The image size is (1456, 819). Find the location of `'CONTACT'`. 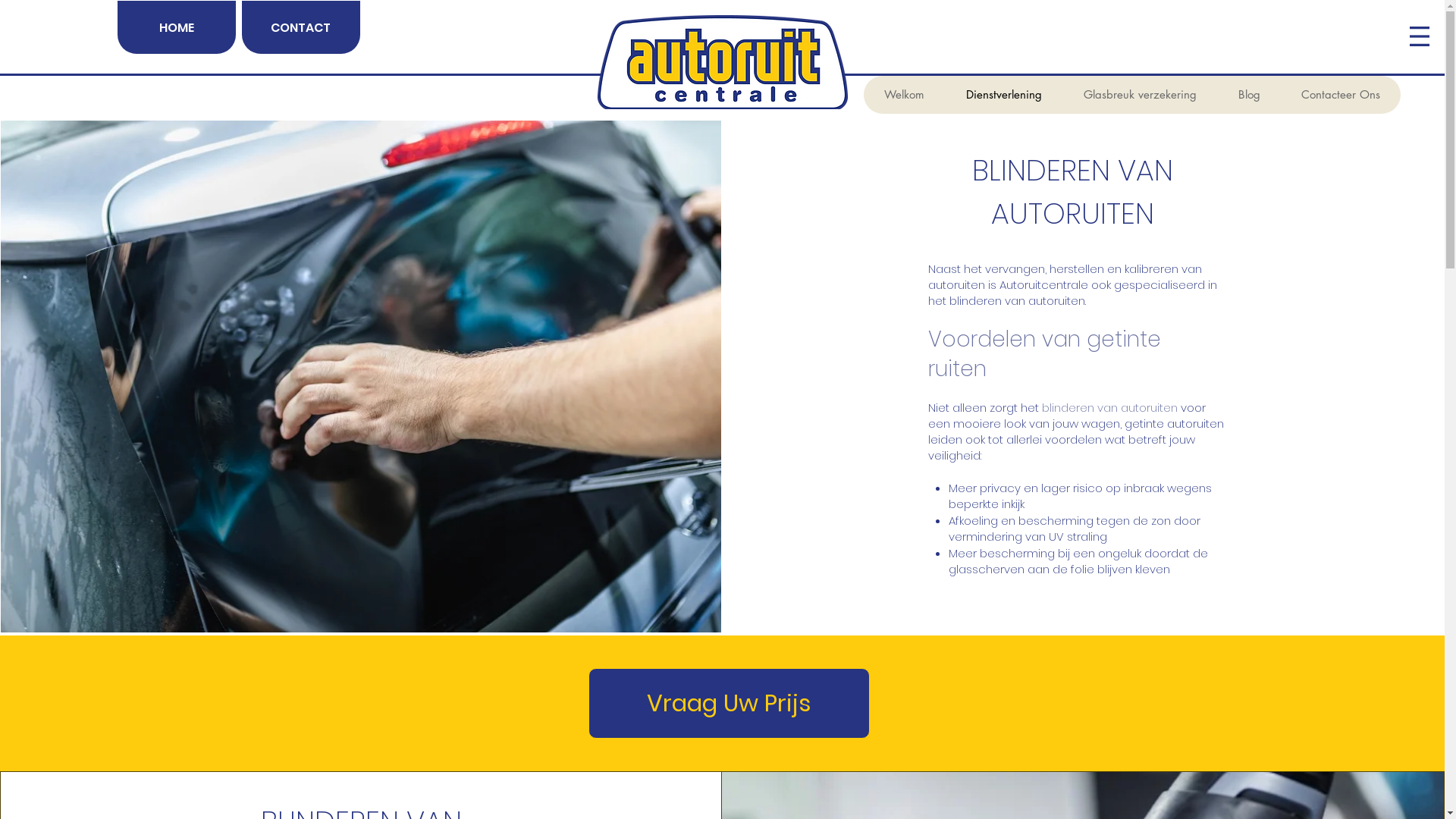

'CONTACT' is located at coordinates (300, 27).